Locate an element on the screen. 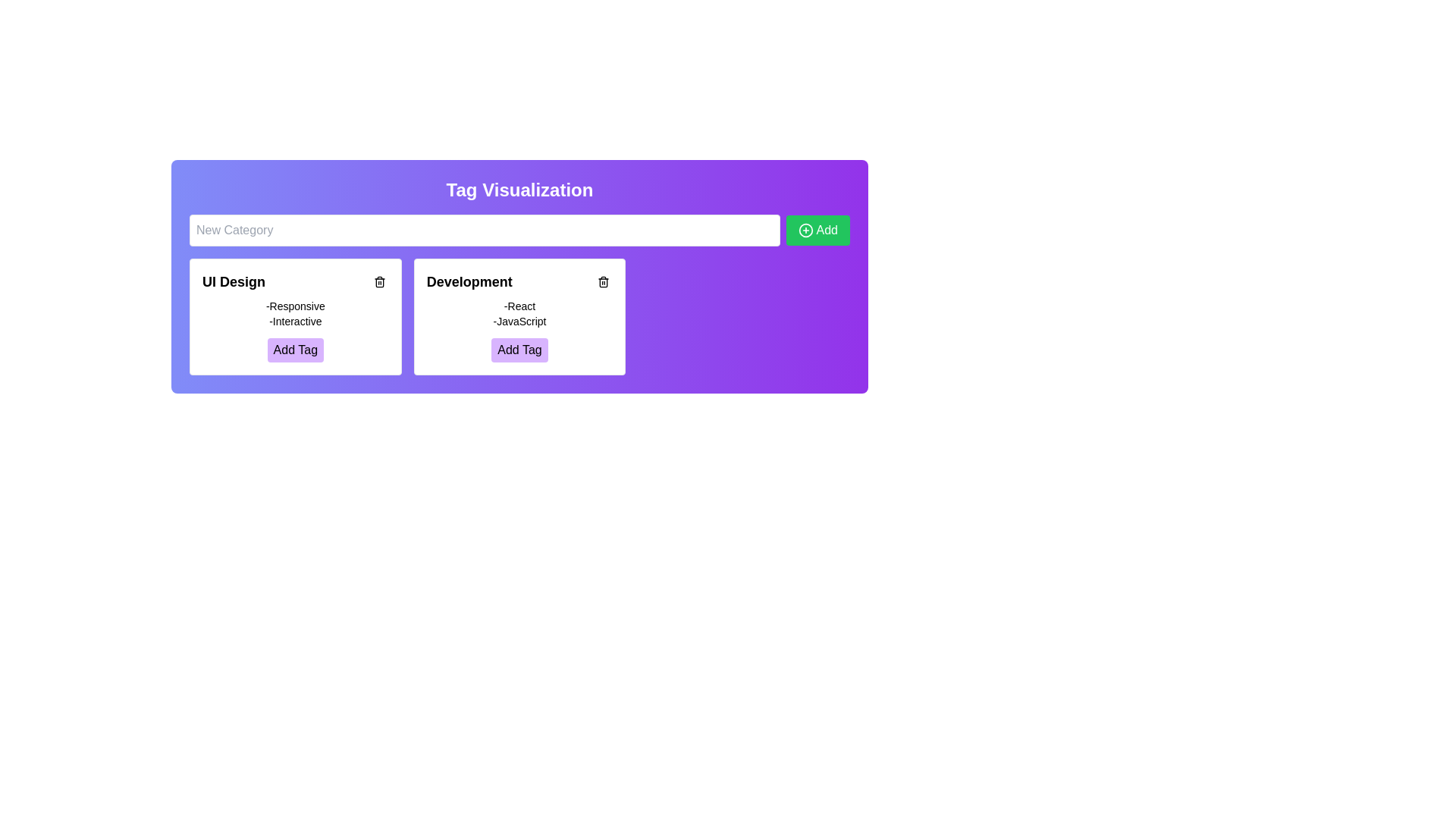 This screenshot has width=1456, height=819. the delete button located in the top-right corner of the 'Development' section card is located at coordinates (603, 281).